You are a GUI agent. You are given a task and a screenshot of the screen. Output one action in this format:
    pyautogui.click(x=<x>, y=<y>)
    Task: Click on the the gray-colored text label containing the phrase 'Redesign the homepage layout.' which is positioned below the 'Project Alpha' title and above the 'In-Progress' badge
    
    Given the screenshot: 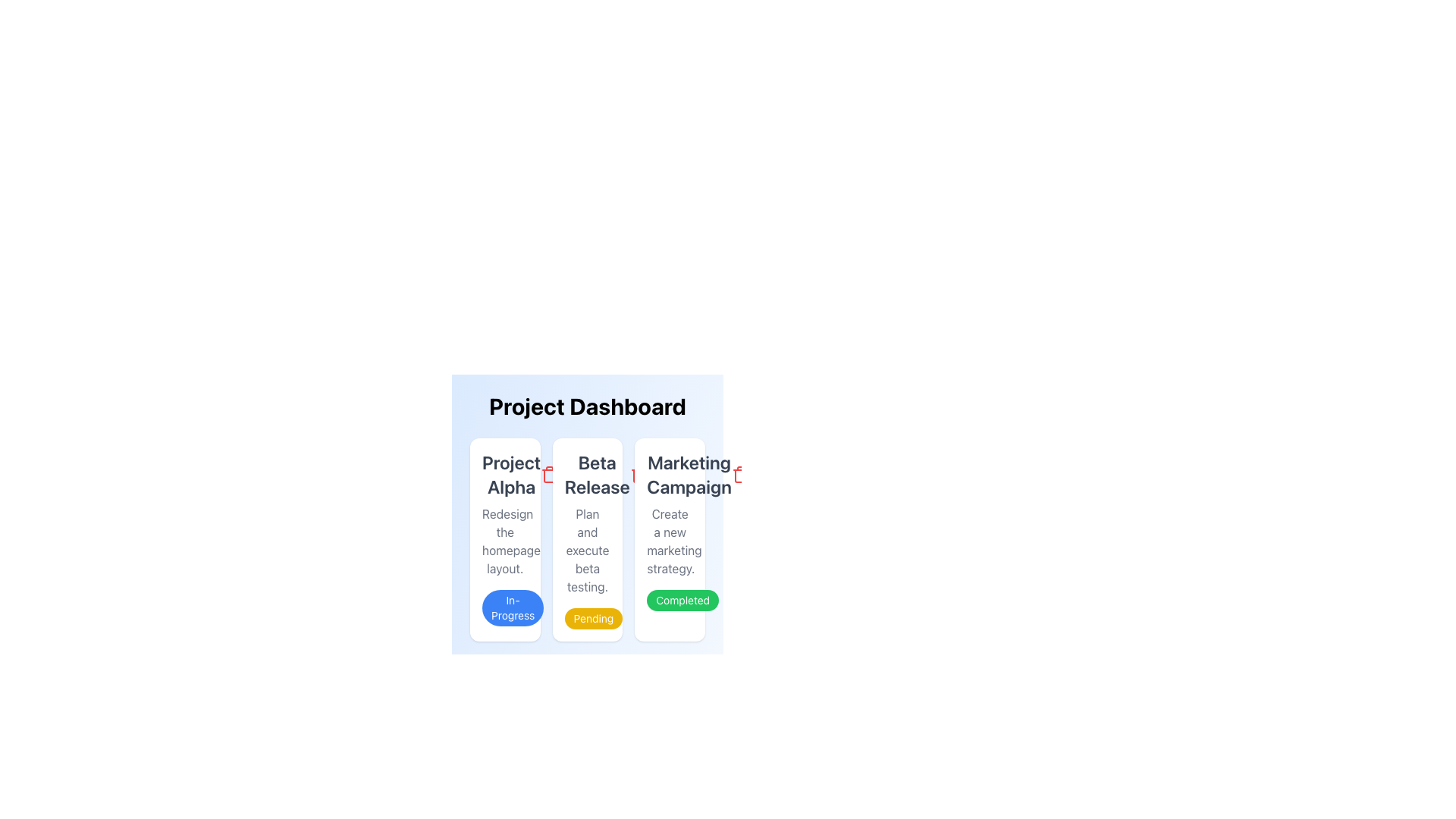 What is the action you would take?
    pyautogui.click(x=505, y=540)
    